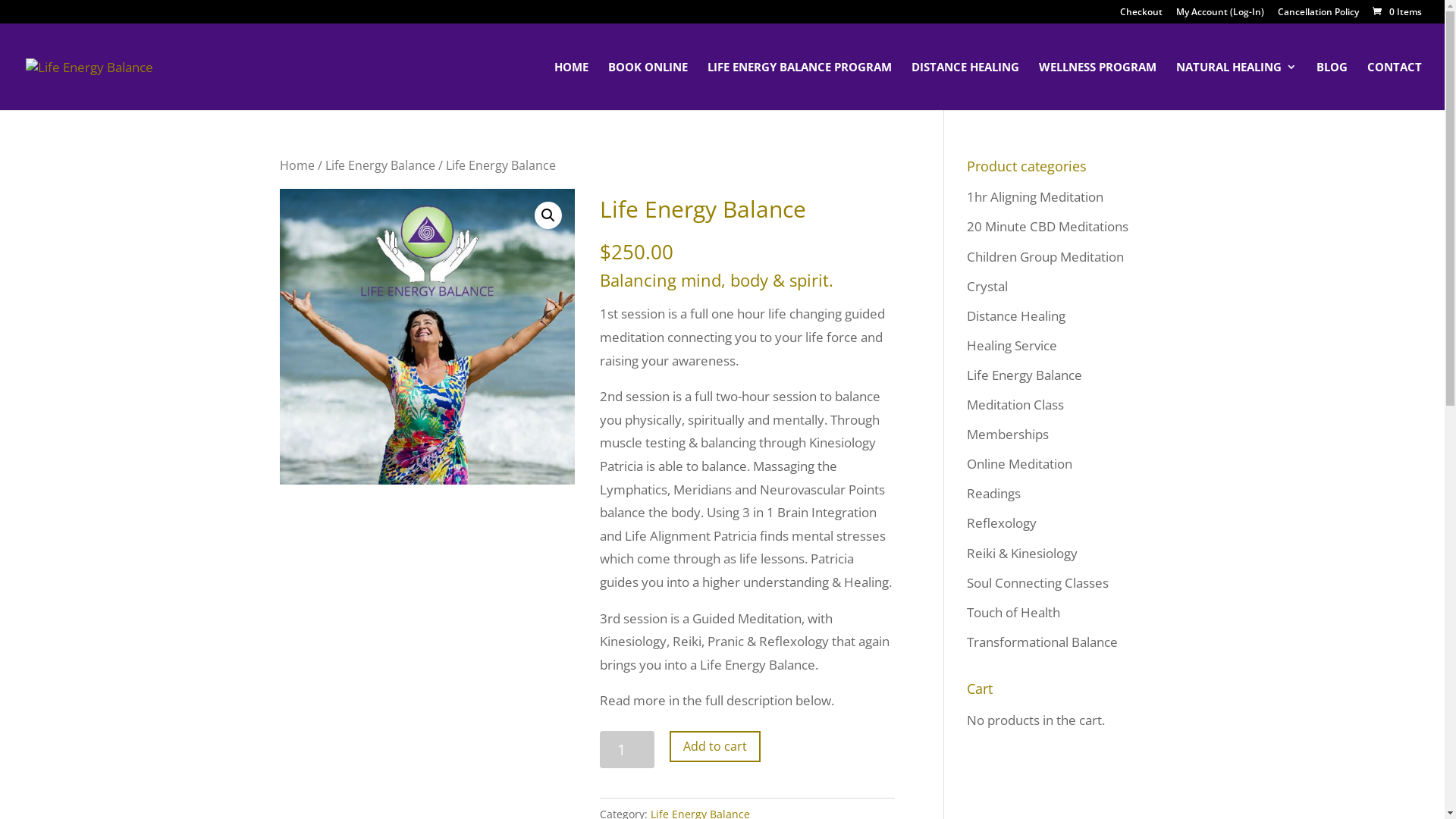 The image size is (1456, 819). Describe the element at coordinates (1018, 463) in the screenshot. I see `'Online Meditation'` at that location.